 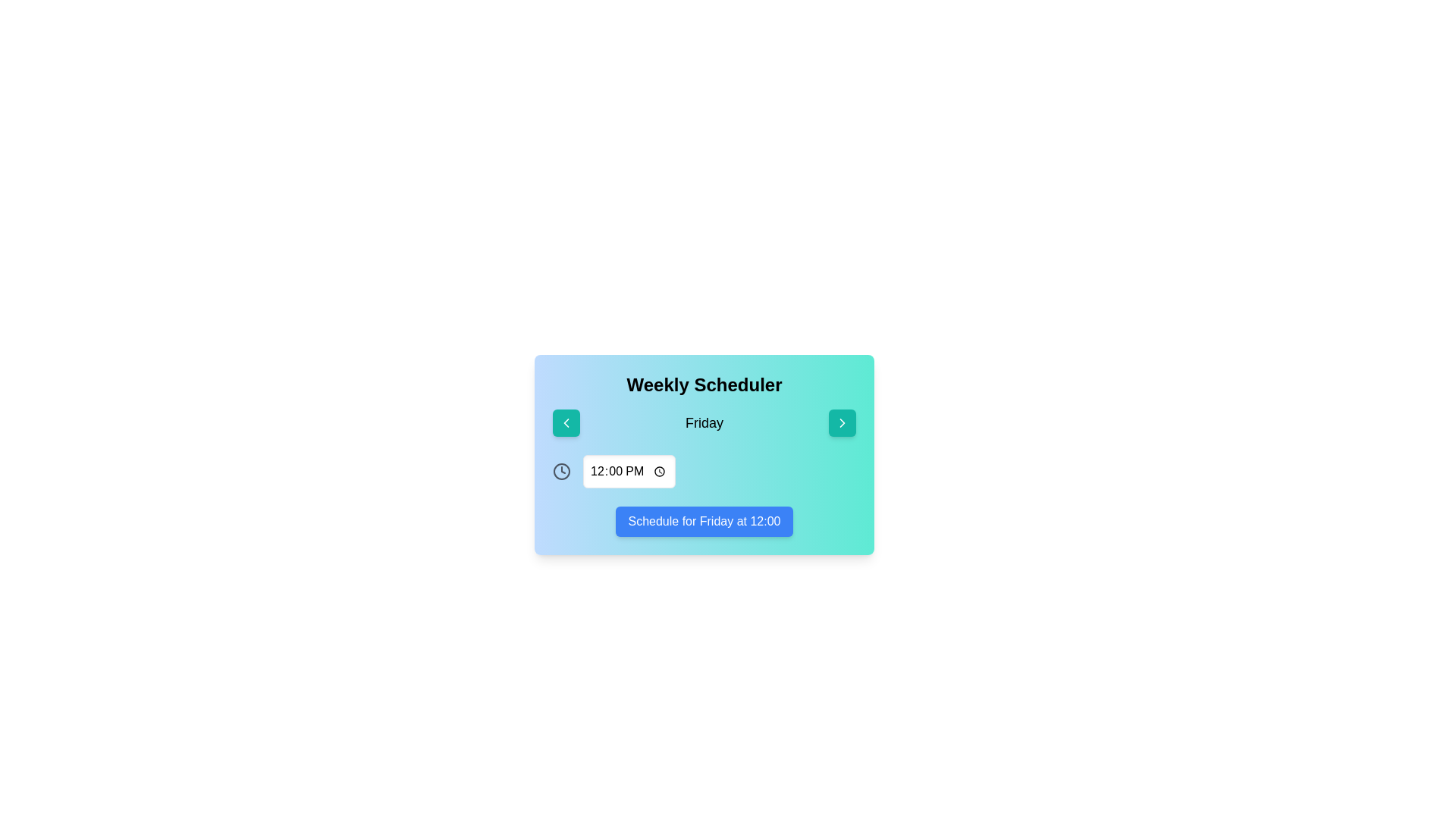 What do you see at coordinates (629, 470) in the screenshot?
I see `the Time input field located to the right of the clock icon under the 'Weekly Scheduler' header` at bounding box center [629, 470].